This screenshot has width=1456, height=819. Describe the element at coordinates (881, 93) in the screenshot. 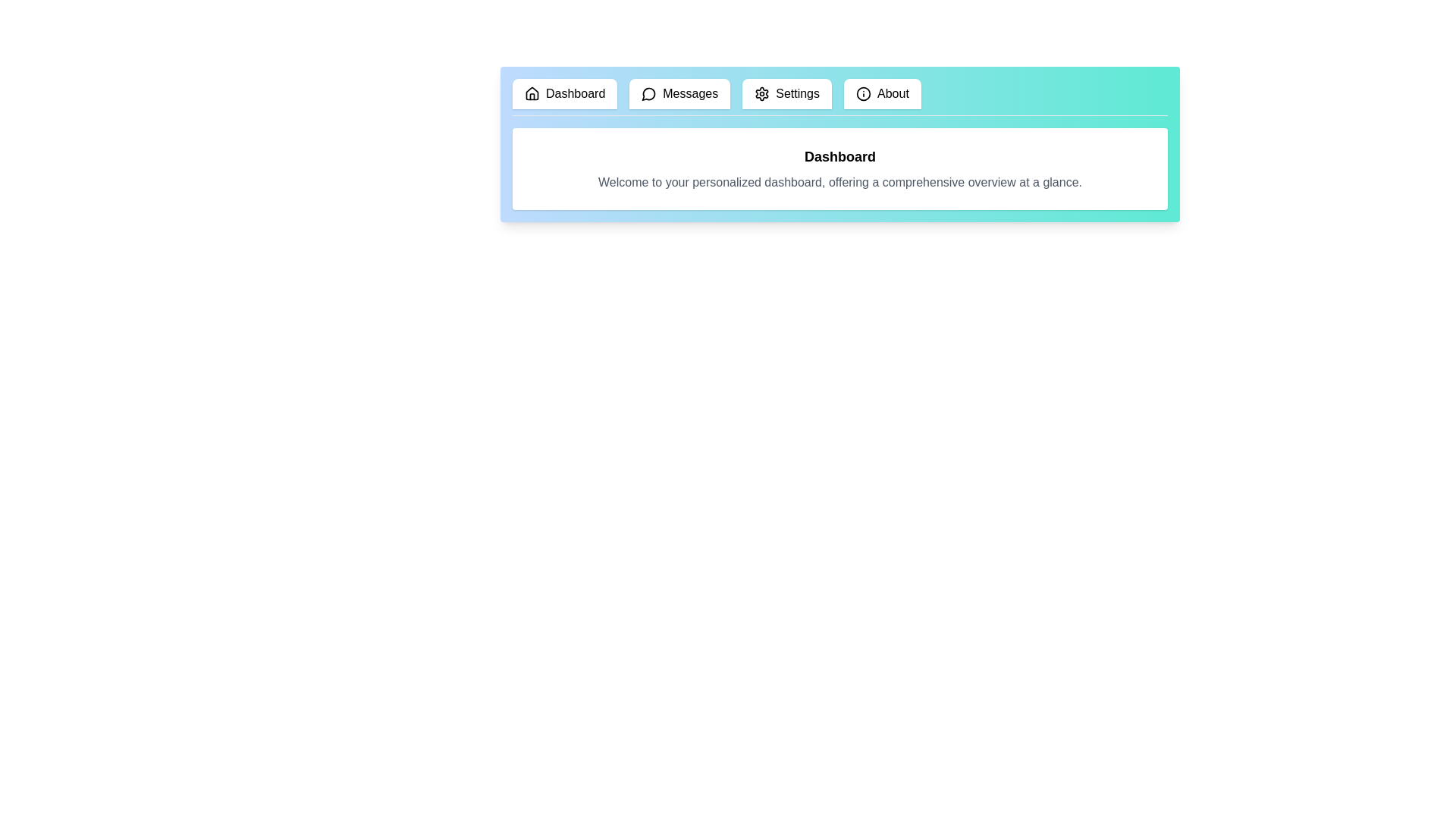

I see `the About tab to view its content` at that location.